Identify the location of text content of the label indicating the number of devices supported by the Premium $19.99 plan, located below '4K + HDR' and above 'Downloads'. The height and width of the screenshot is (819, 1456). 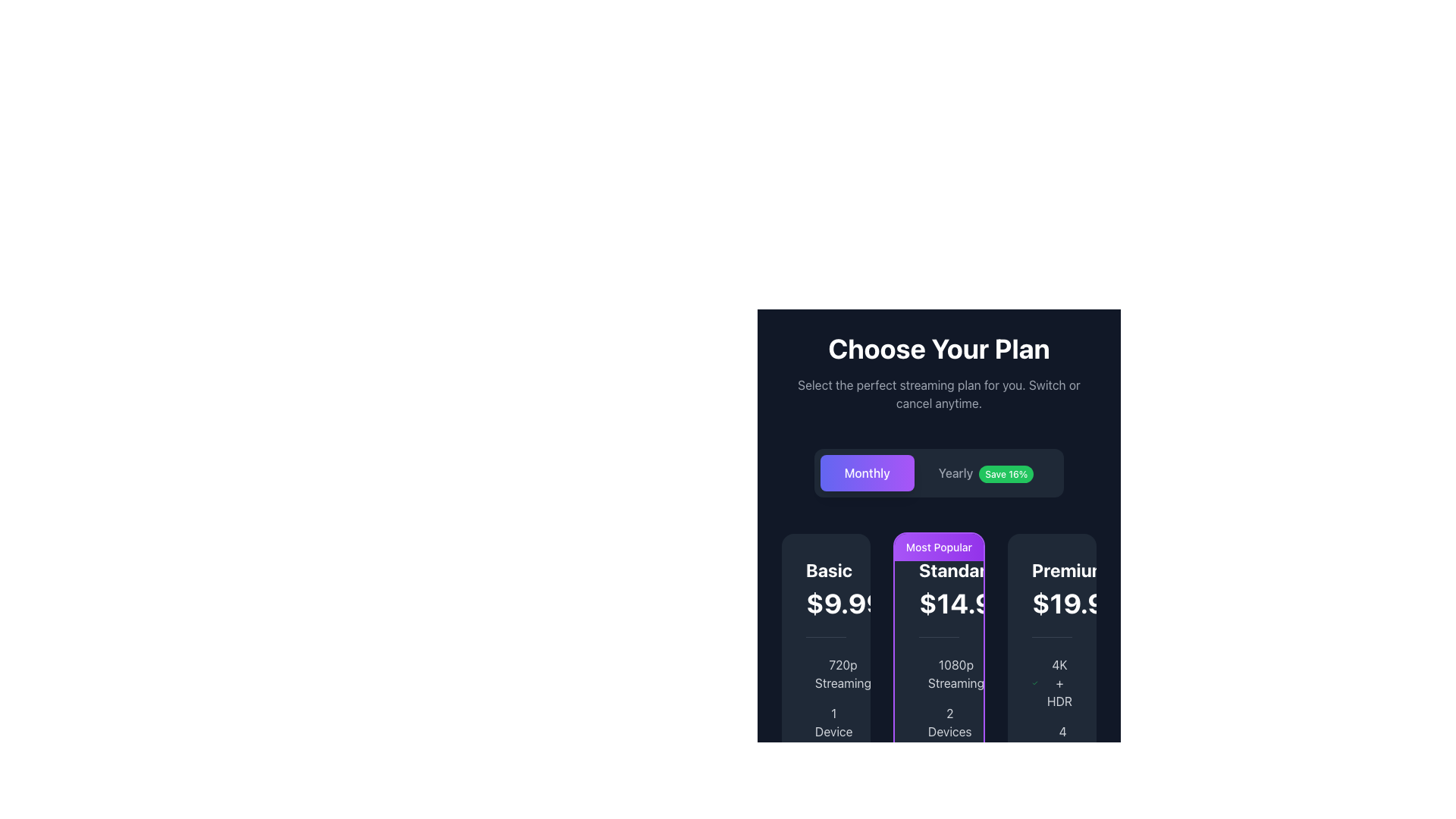
(1051, 739).